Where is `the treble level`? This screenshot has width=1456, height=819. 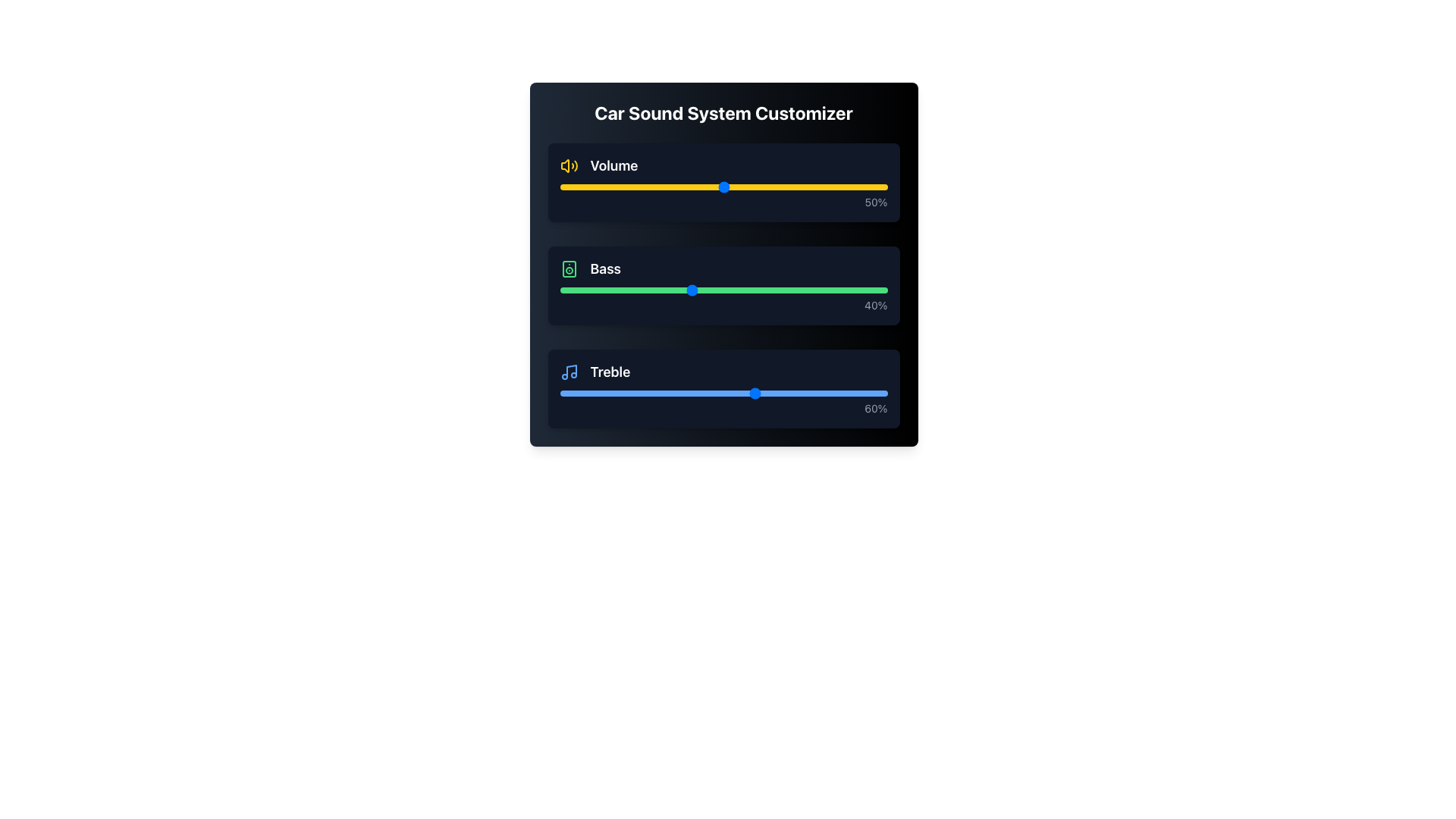
the treble level is located at coordinates (667, 393).